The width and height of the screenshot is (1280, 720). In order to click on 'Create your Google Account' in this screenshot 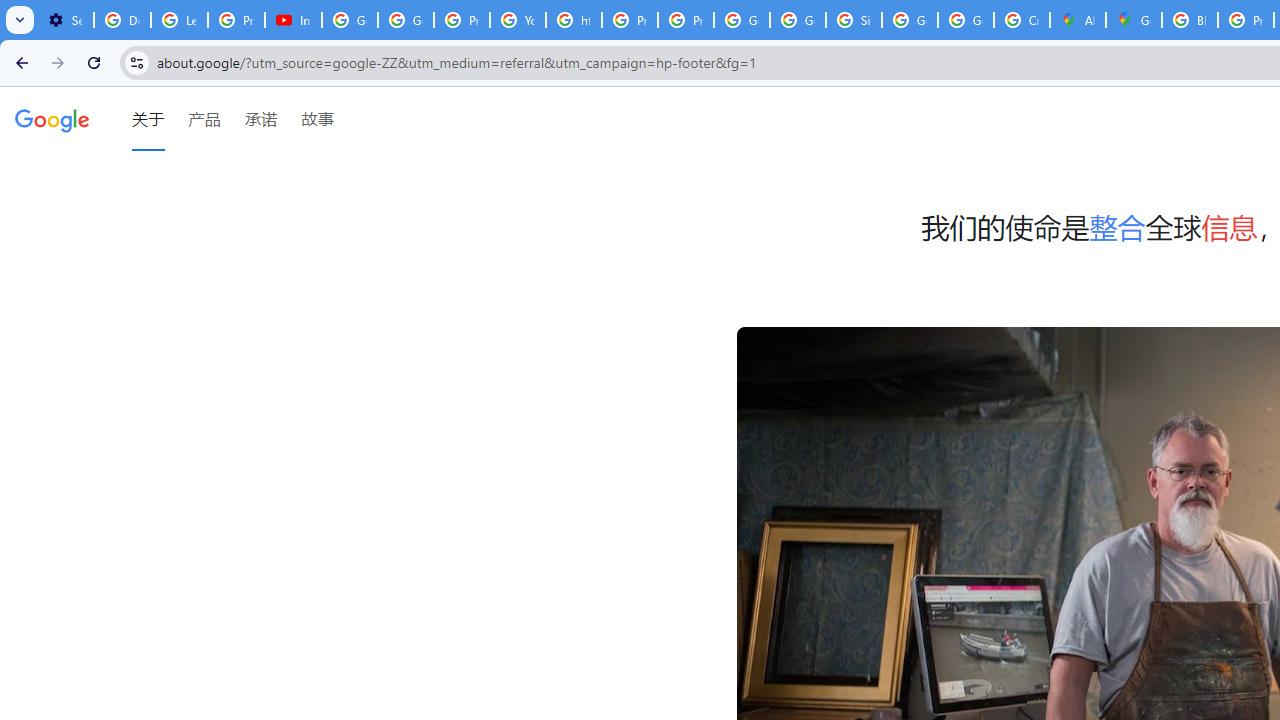, I will do `click(1022, 20)`.